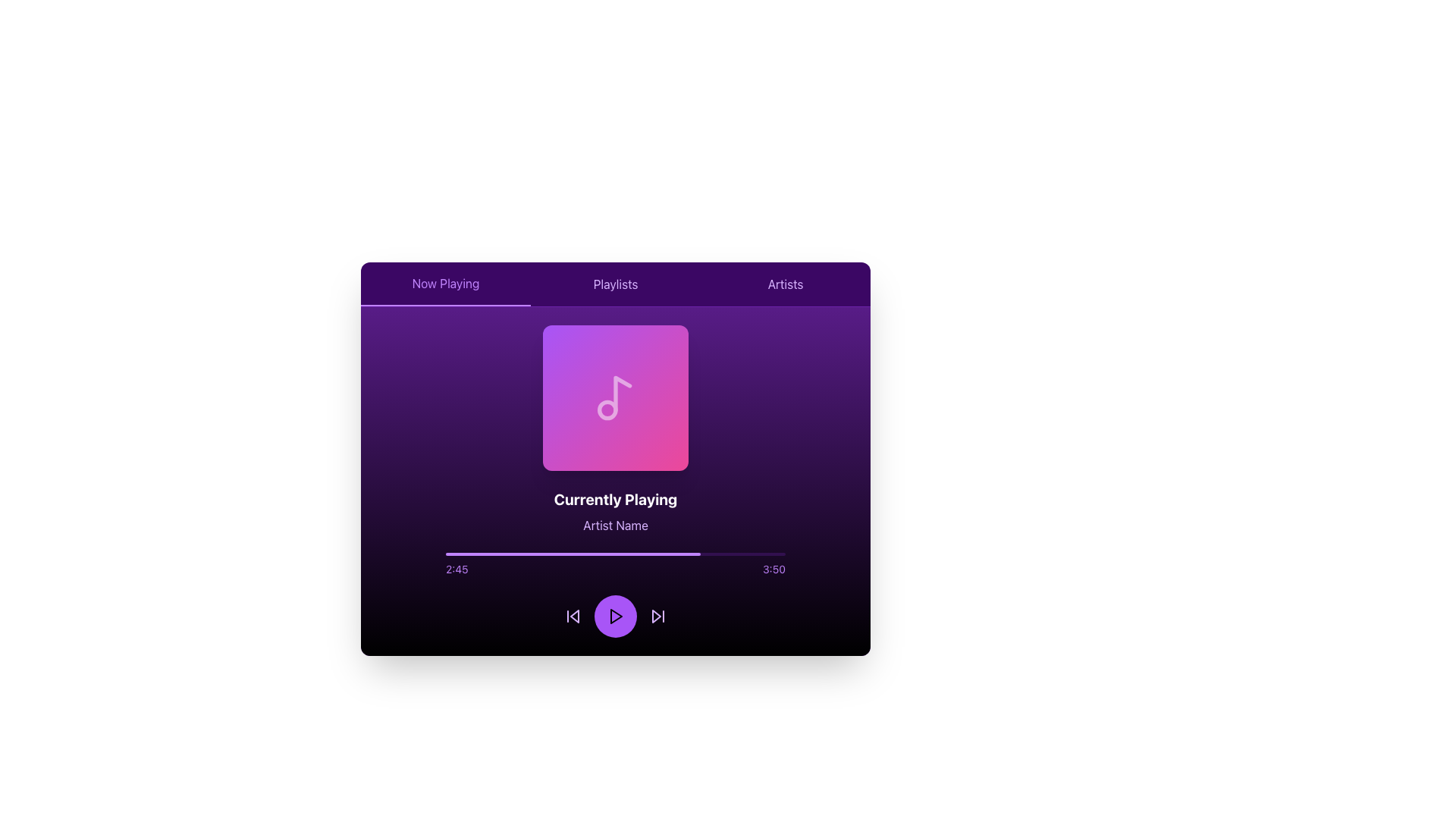  I want to click on the media playback position, so click(585, 554).